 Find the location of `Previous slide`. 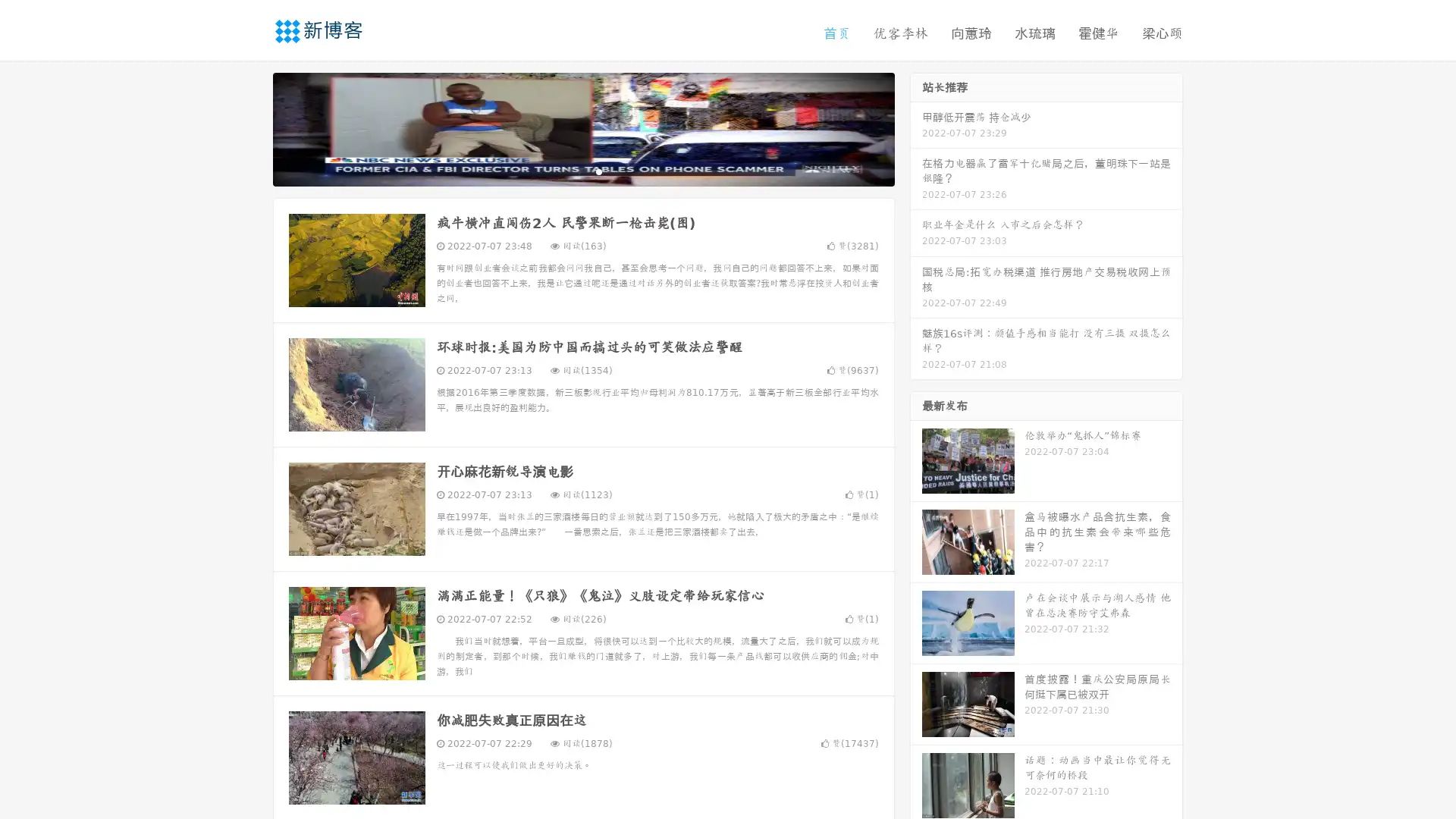

Previous slide is located at coordinates (250, 127).